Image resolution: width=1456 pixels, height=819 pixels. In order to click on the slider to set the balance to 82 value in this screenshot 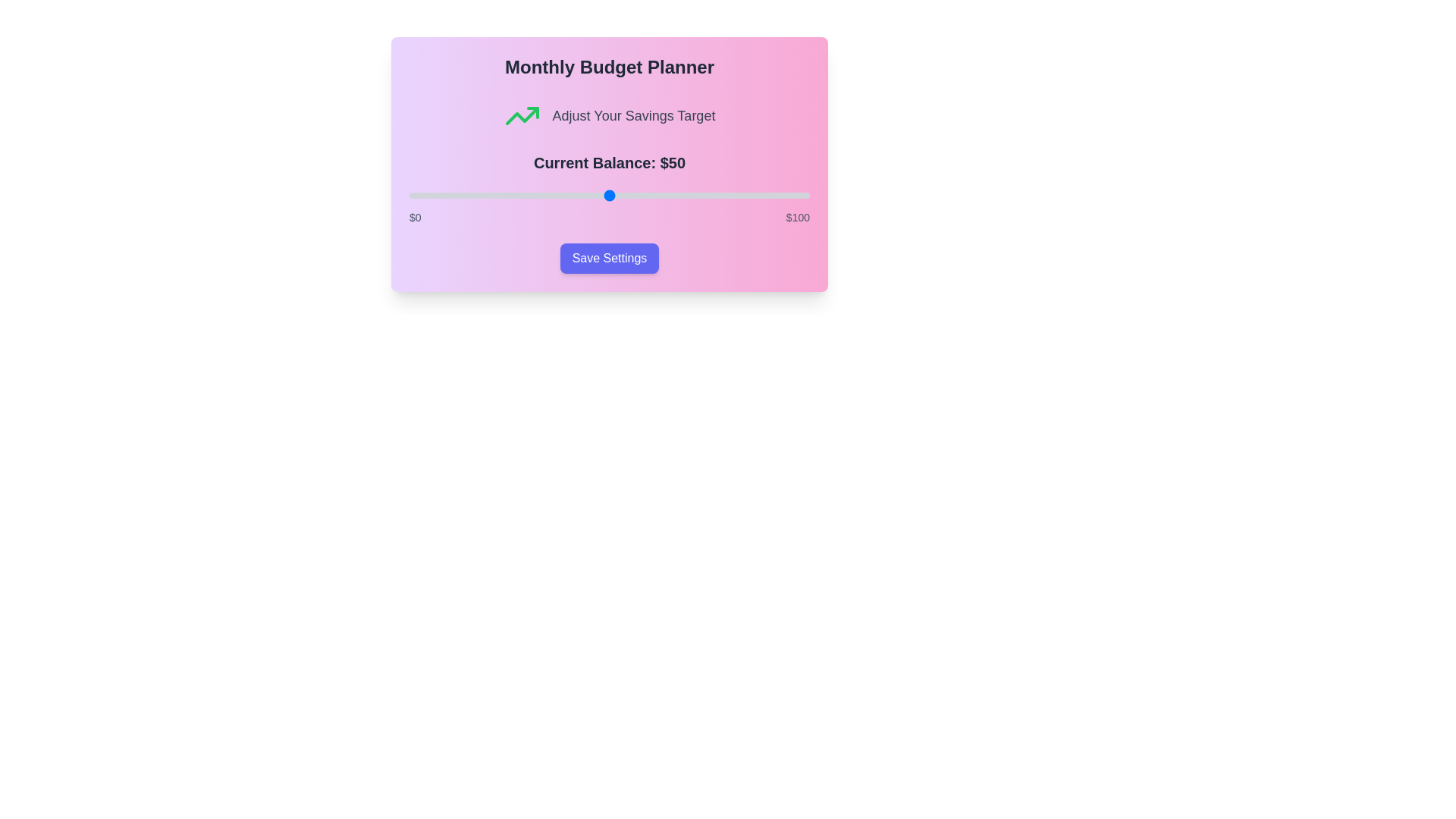, I will do `click(738, 195)`.